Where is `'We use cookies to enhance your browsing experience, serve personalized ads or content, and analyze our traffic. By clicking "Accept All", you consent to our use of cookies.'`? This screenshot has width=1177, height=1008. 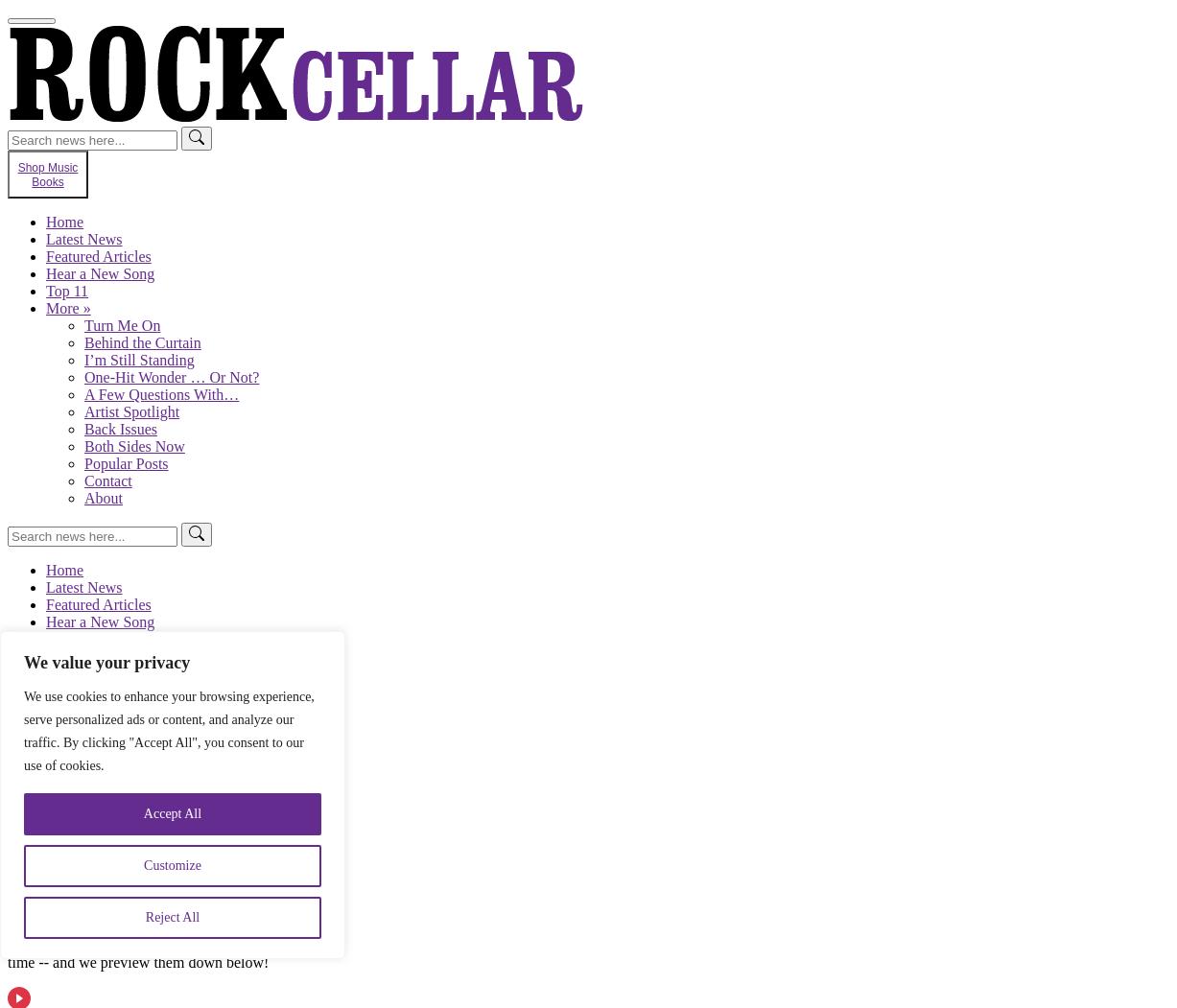 'We use cookies to enhance your browsing experience, serve personalized ads or content, and analyze our traffic. By clicking "Accept All", you consent to our use of cookies.' is located at coordinates (24, 731).